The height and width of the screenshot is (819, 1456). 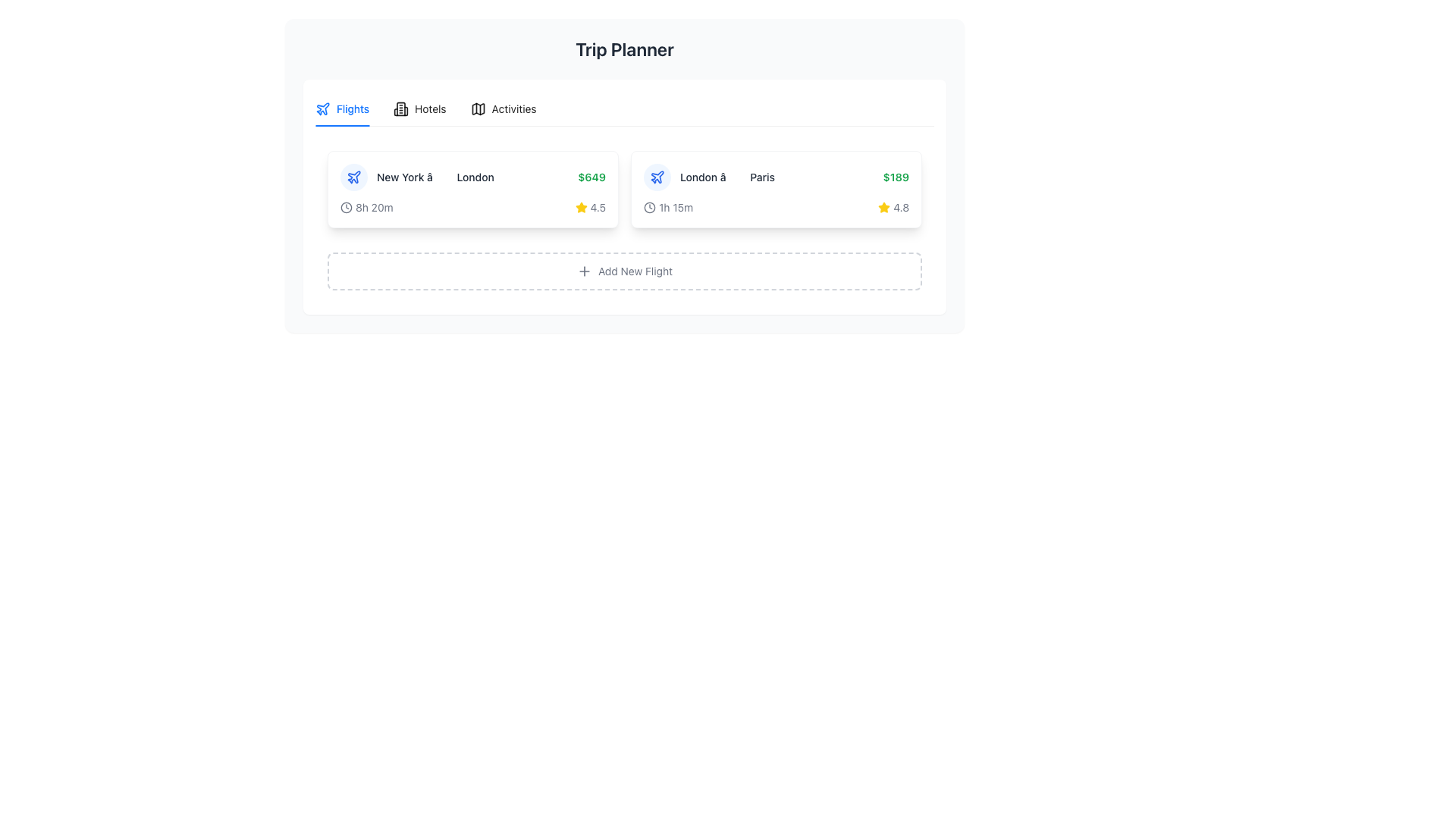 What do you see at coordinates (477, 108) in the screenshot?
I see `the third icon in the navigation bar that represents the 'Activities' section, which is located next to the text 'Activities'` at bounding box center [477, 108].